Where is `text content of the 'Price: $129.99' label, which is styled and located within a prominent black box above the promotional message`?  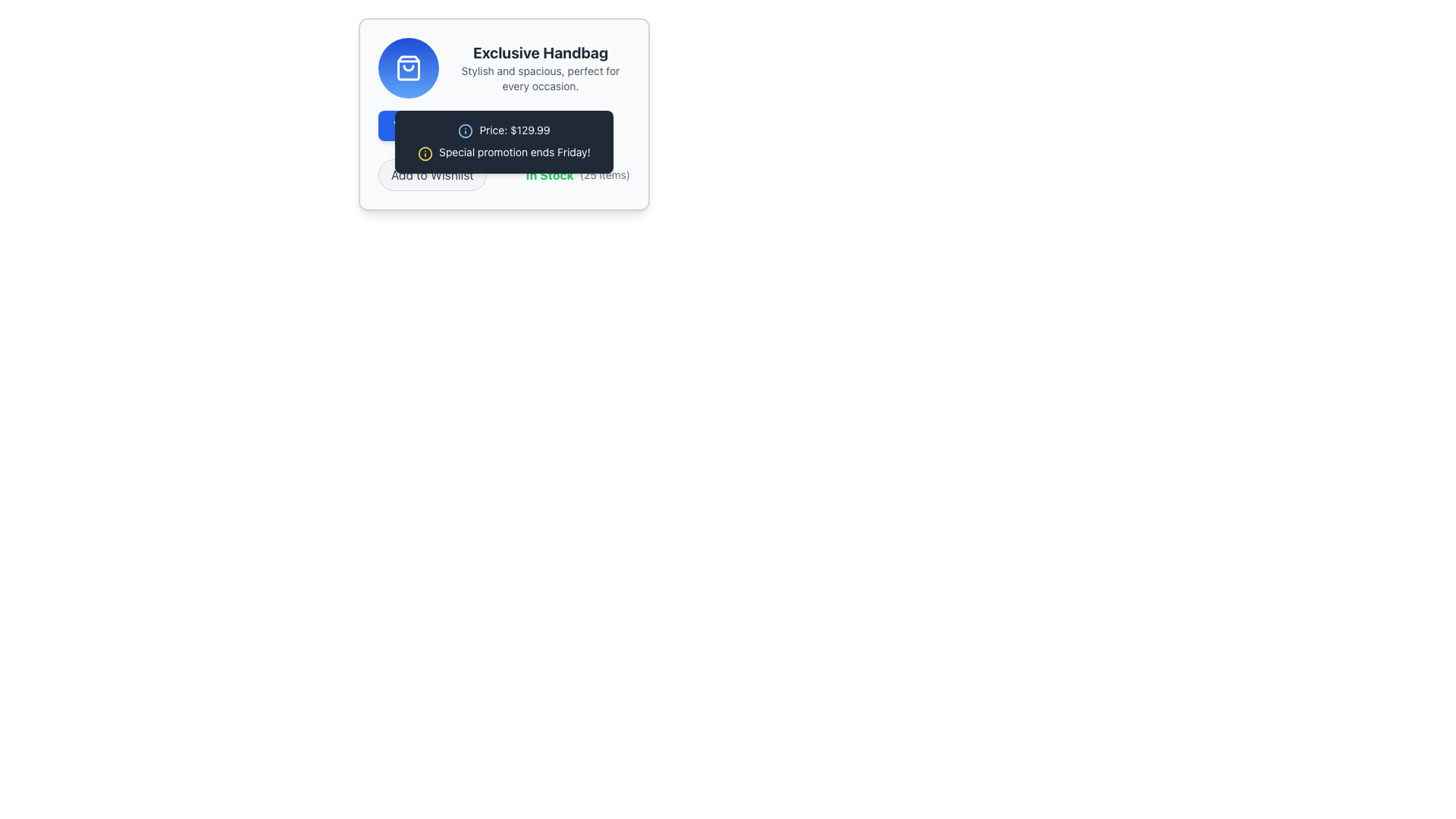
text content of the 'Price: $129.99' label, which is styled and located within a prominent black box above the promotional message is located at coordinates (504, 130).